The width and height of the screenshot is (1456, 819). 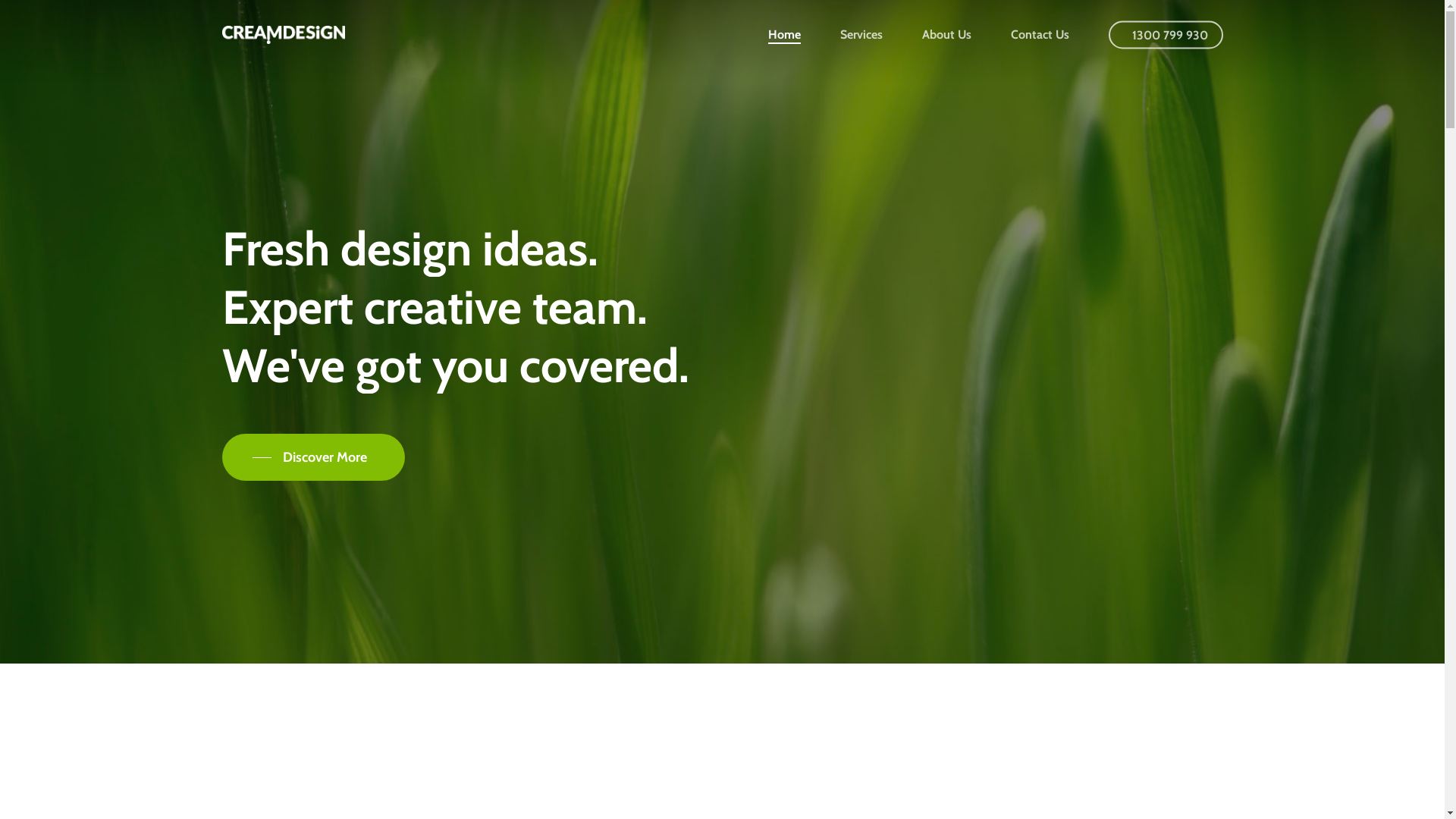 What do you see at coordinates (312, 456) in the screenshot?
I see `'Discover More'` at bounding box center [312, 456].